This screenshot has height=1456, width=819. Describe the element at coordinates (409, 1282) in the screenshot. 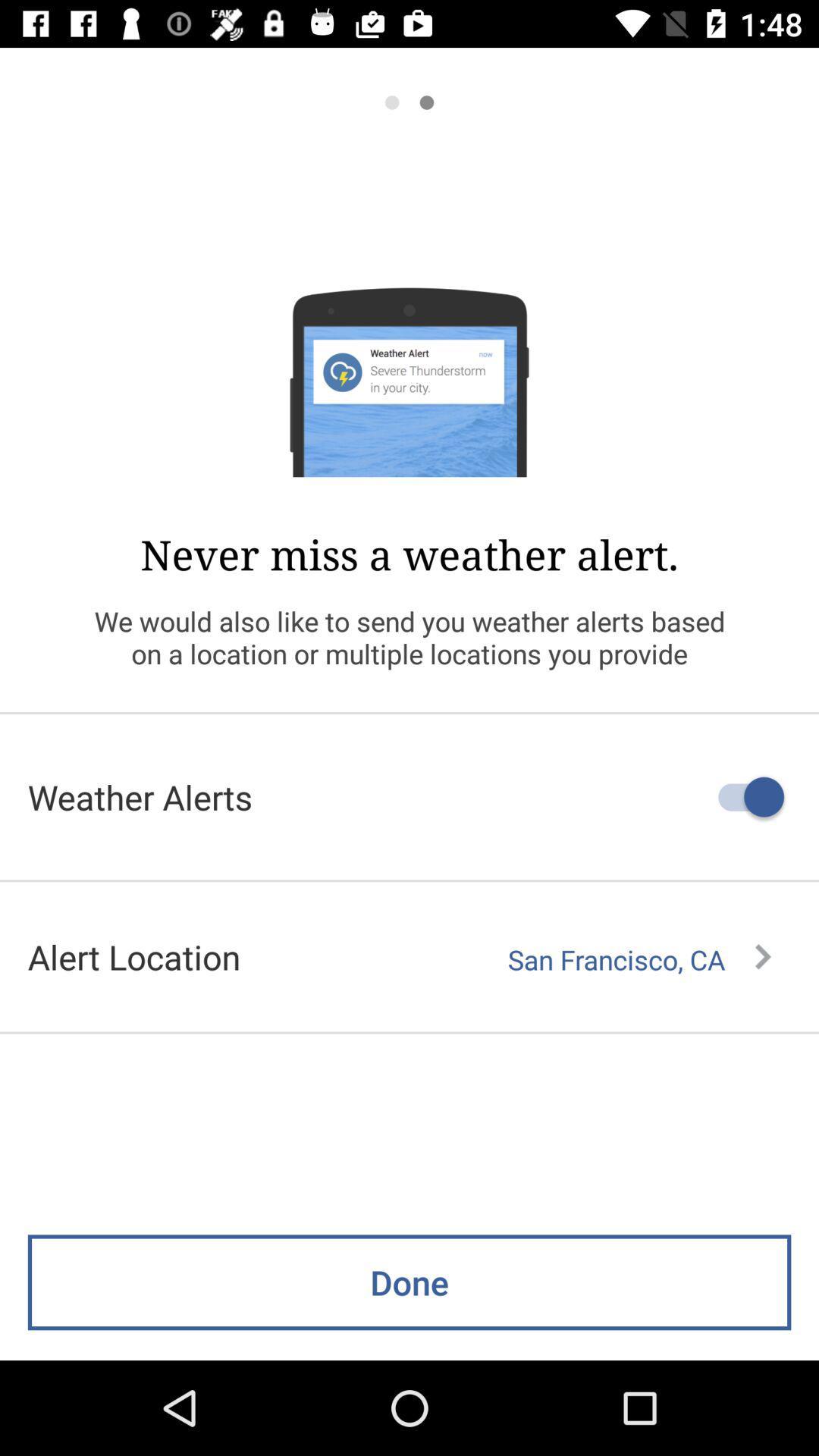

I see `done` at that location.